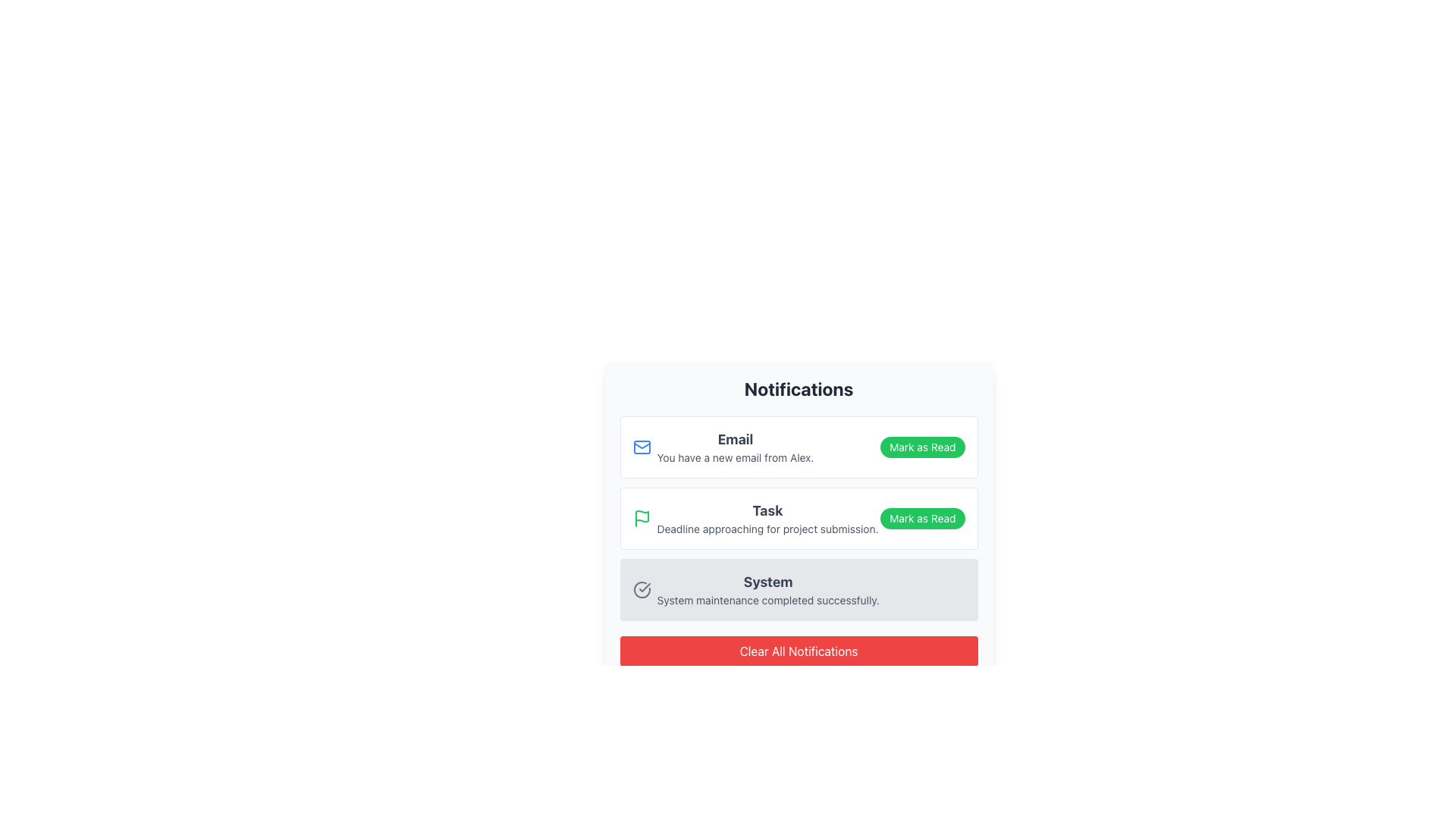 The height and width of the screenshot is (819, 1456). I want to click on the text label displaying 'Task' in bold, large gray font located at the top-left part of the second notification card, so click(767, 511).